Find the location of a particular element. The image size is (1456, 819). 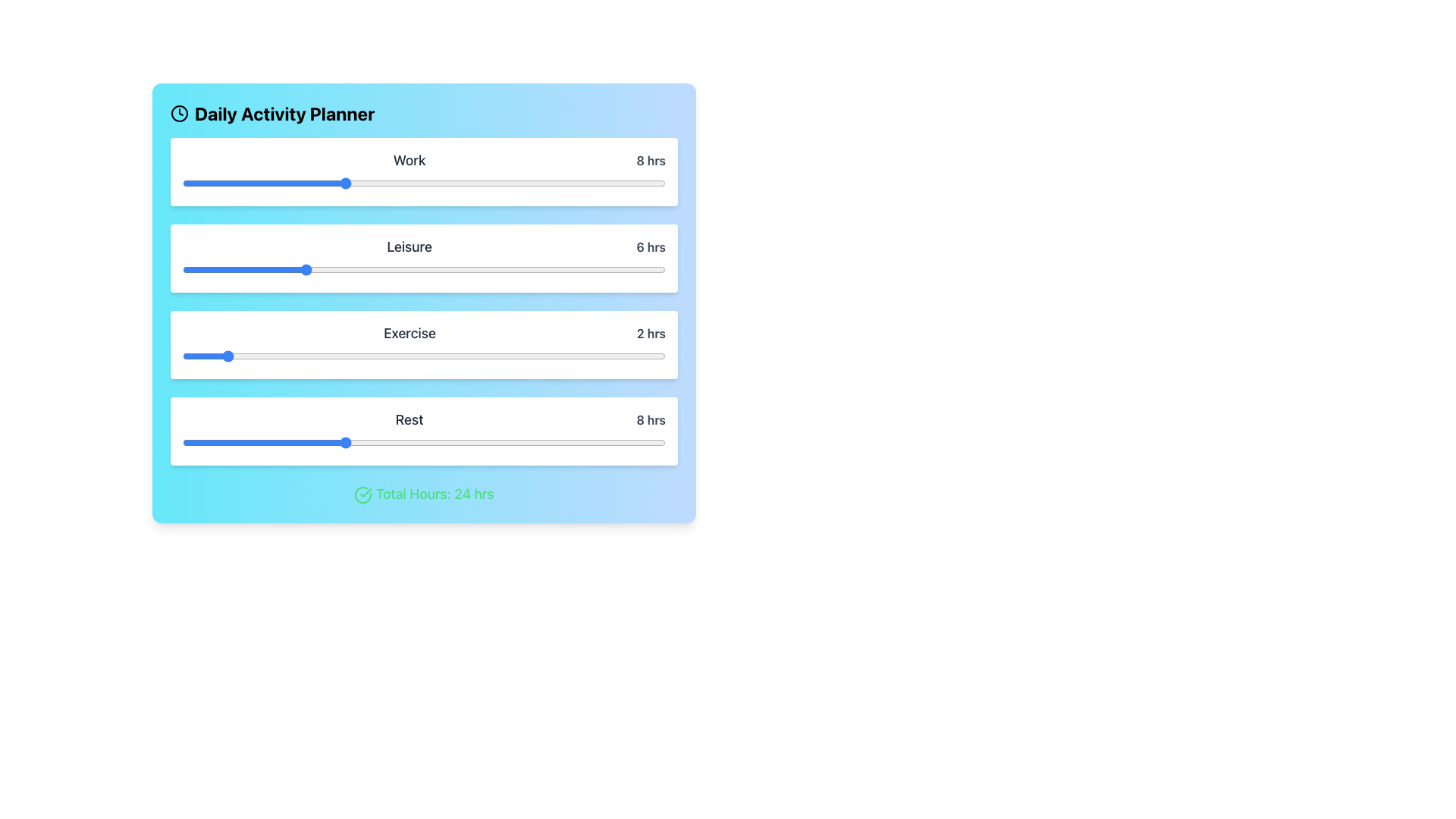

the Exercise duration is located at coordinates (222, 356).